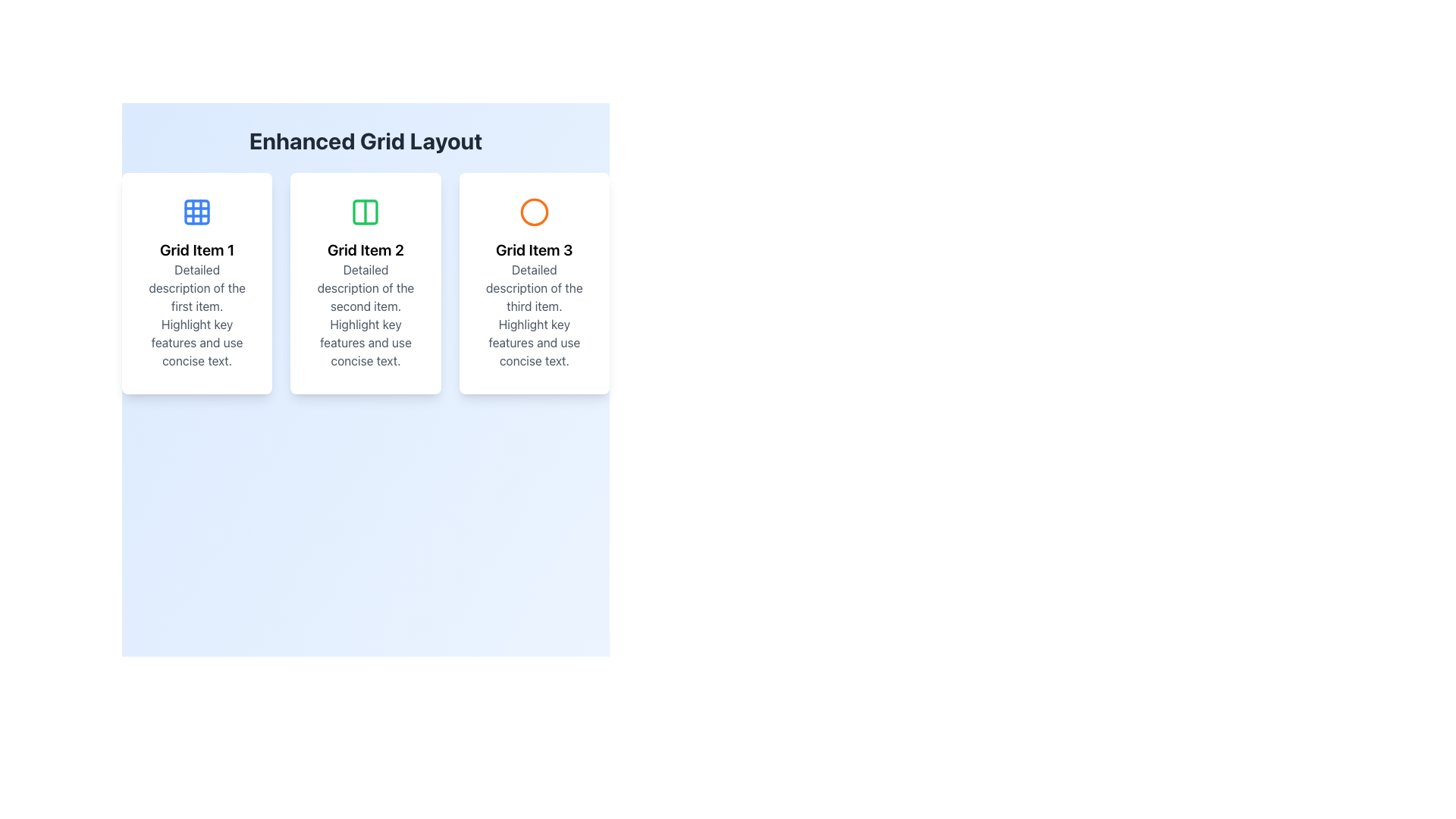 The height and width of the screenshot is (819, 1456). I want to click on the text label displaying 'Enhanced Grid Layout', which is prominently positioned at the top of the interface with a gradient blue background and dark gray bold font, so click(366, 140).